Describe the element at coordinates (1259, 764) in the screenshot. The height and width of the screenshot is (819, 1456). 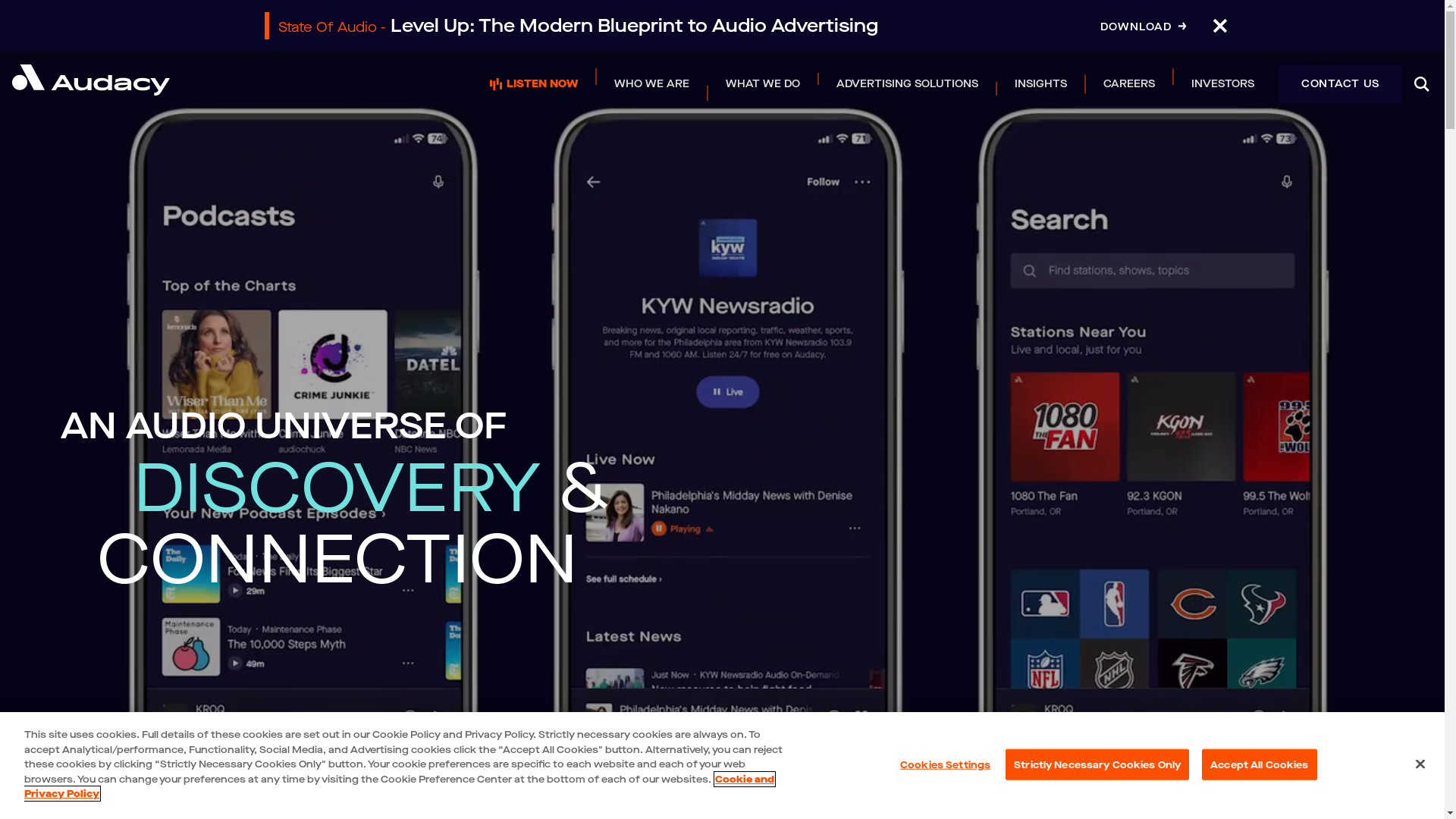
I see `'Accept All Cookies'` at that location.